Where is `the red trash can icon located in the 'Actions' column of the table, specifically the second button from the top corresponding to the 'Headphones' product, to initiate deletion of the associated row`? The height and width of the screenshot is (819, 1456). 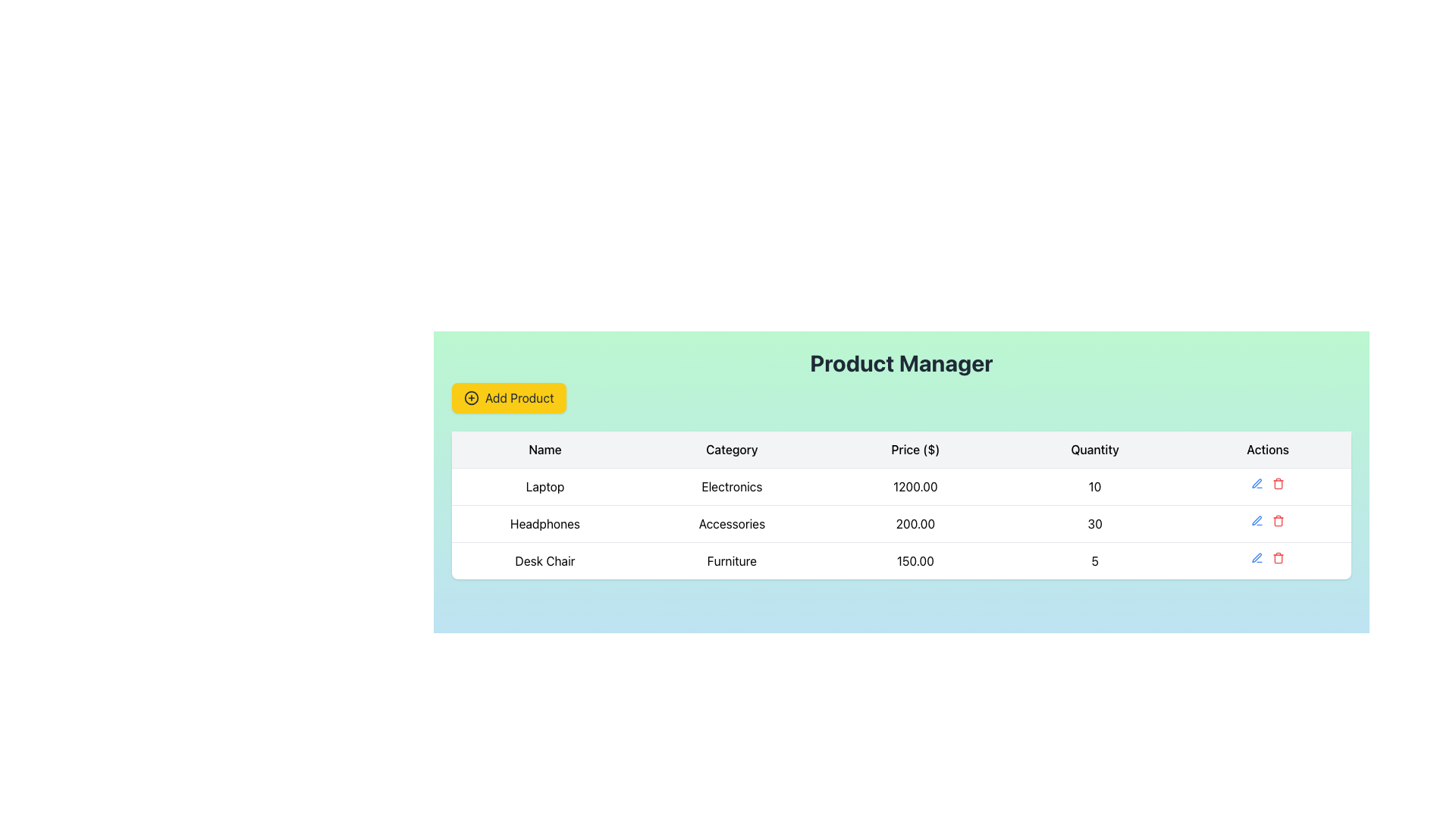
the red trash can icon located in the 'Actions' column of the table, specifically the second button from the top corresponding to the 'Headphones' product, to initiate deletion of the associated row is located at coordinates (1278, 483).